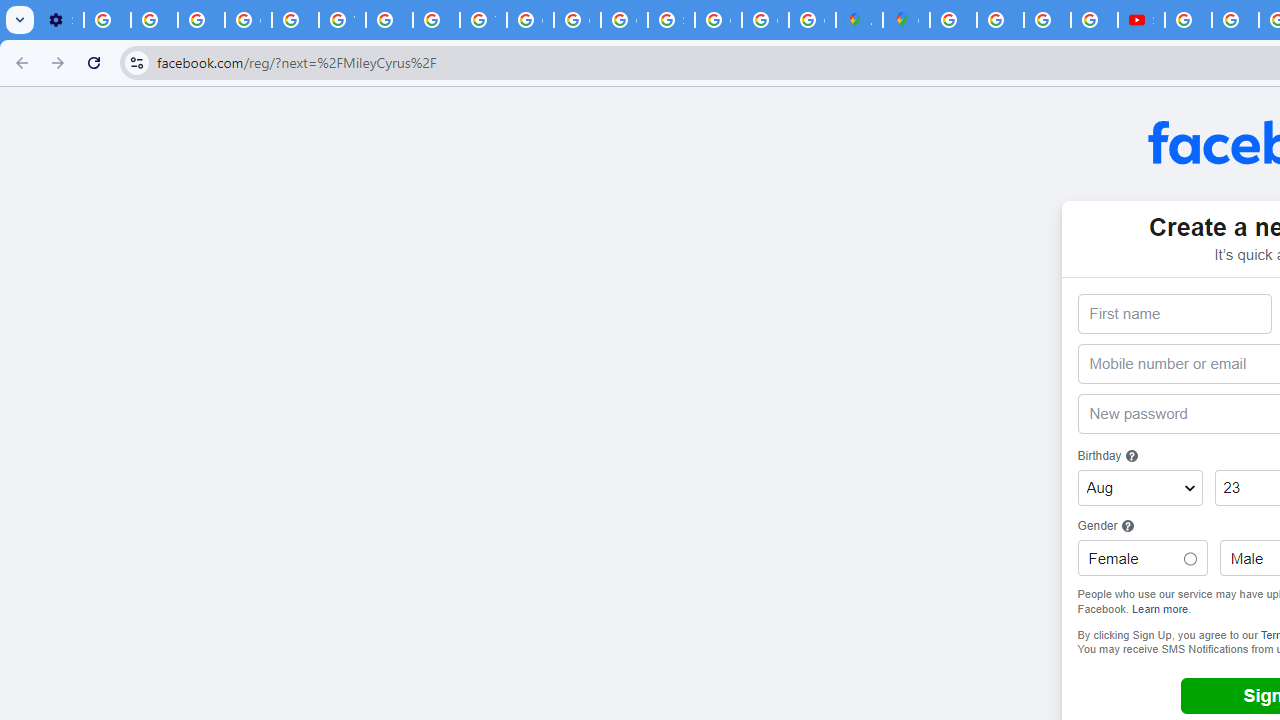  Describe the element at coordinates (1160, 607) in the screenshot. I see `'Learn more'` at that location.